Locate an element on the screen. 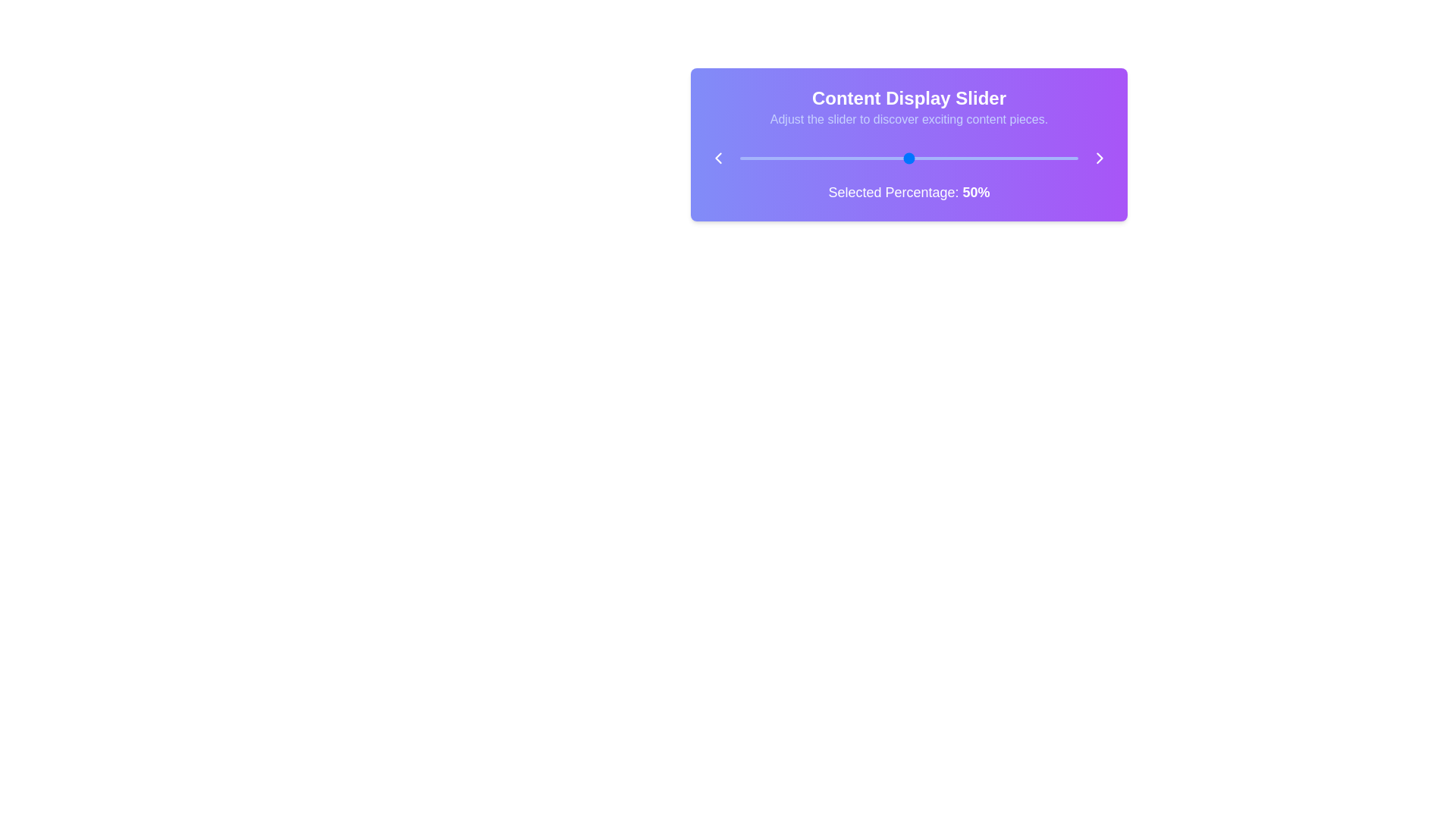 The height and width of the screenshot is (819, 1456). the right chevron icon to trigger the slider increment is located at coordinates (1100, 158).